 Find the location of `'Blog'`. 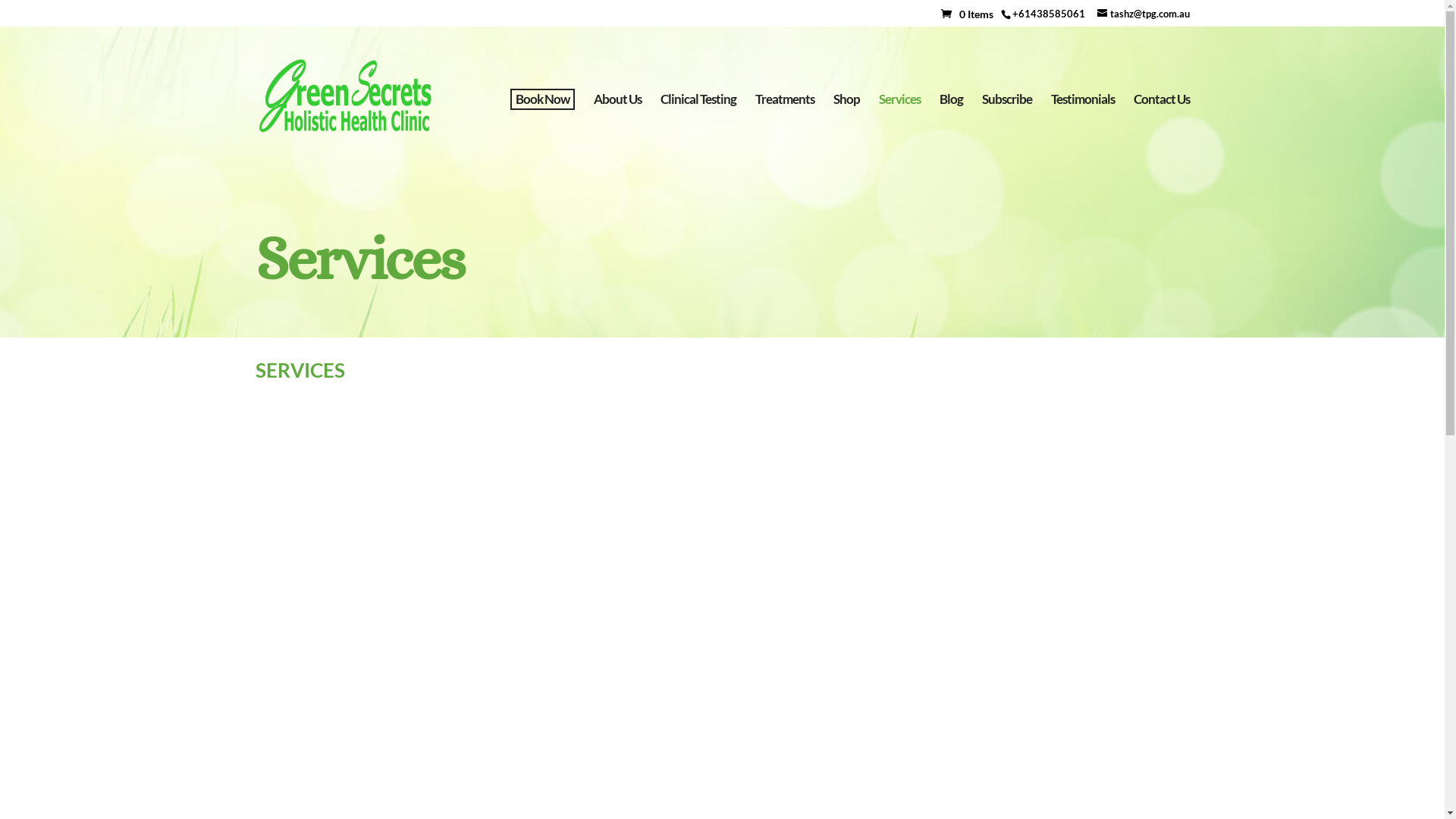

'Blog' is located at coordinates (949, 130).